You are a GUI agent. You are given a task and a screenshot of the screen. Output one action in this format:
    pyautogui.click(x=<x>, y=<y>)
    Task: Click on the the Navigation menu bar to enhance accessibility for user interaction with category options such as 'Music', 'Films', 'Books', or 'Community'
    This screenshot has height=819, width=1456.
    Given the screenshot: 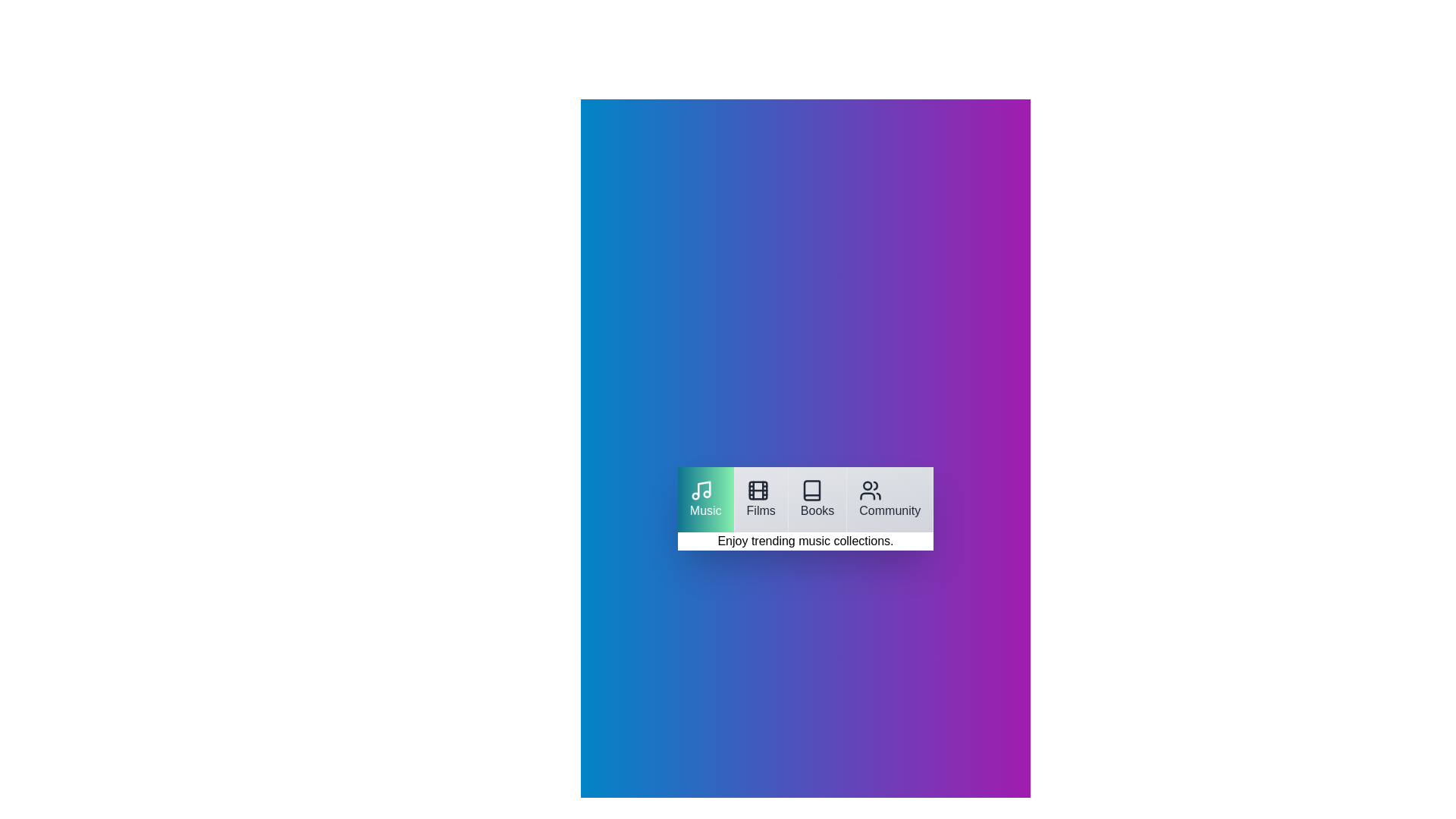 What is the action you would take?
    pyautogui.click(x=805, y=500)
    